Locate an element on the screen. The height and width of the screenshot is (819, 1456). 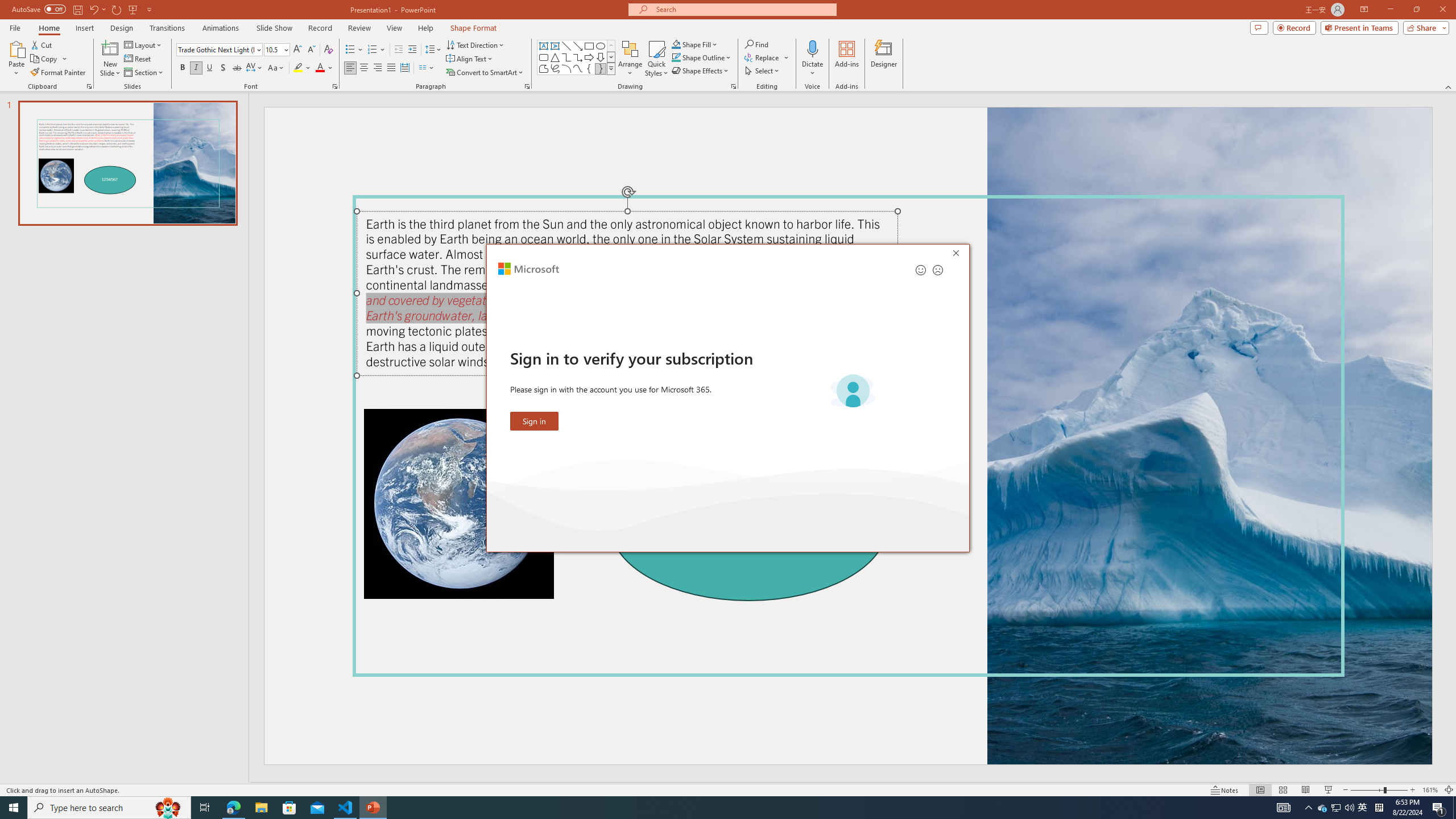
'Quick Styles' is located at coordinates (656, 59).